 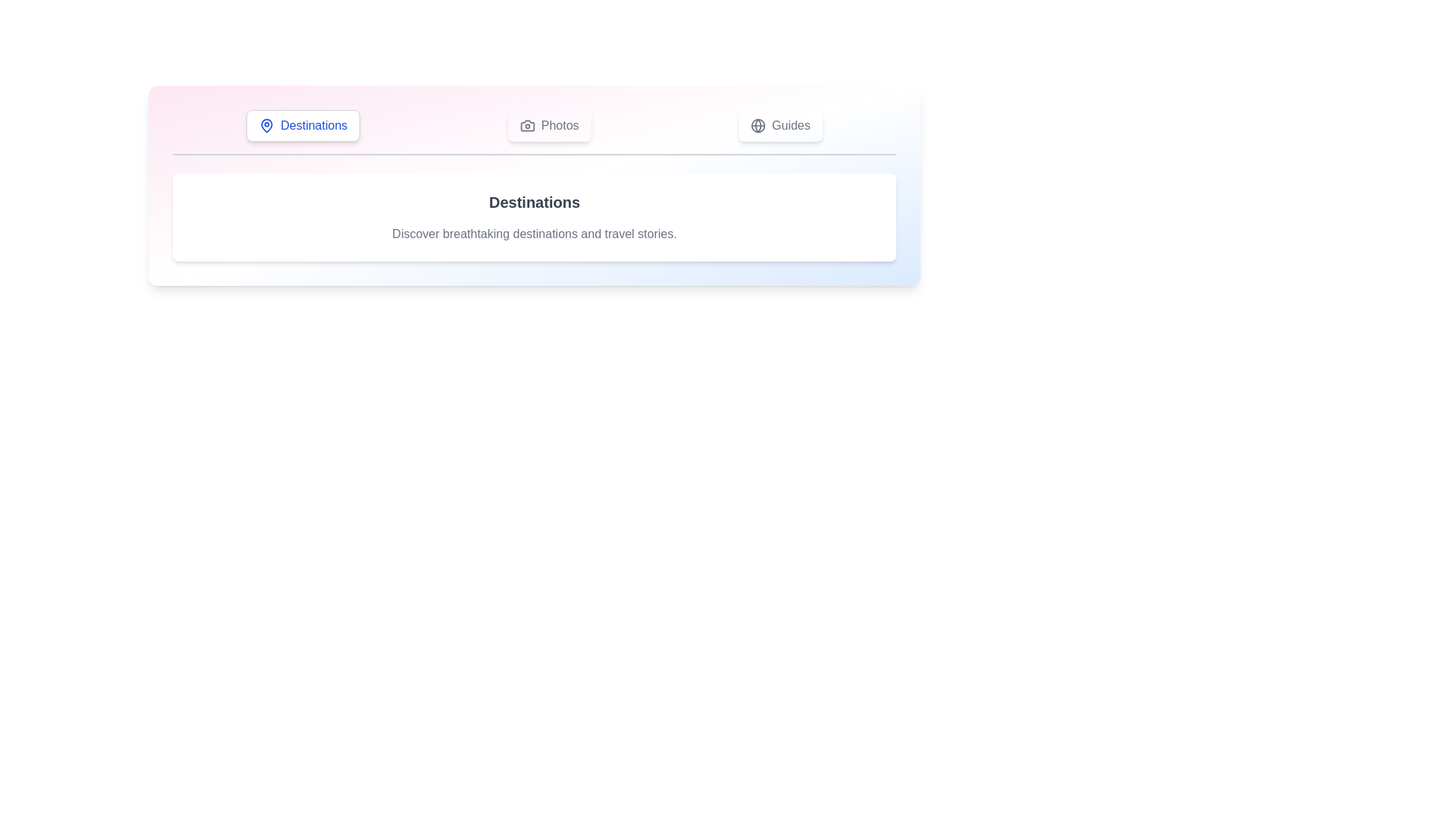 I want to click on the Guides tab to view its content, so click(x=780, y=124).